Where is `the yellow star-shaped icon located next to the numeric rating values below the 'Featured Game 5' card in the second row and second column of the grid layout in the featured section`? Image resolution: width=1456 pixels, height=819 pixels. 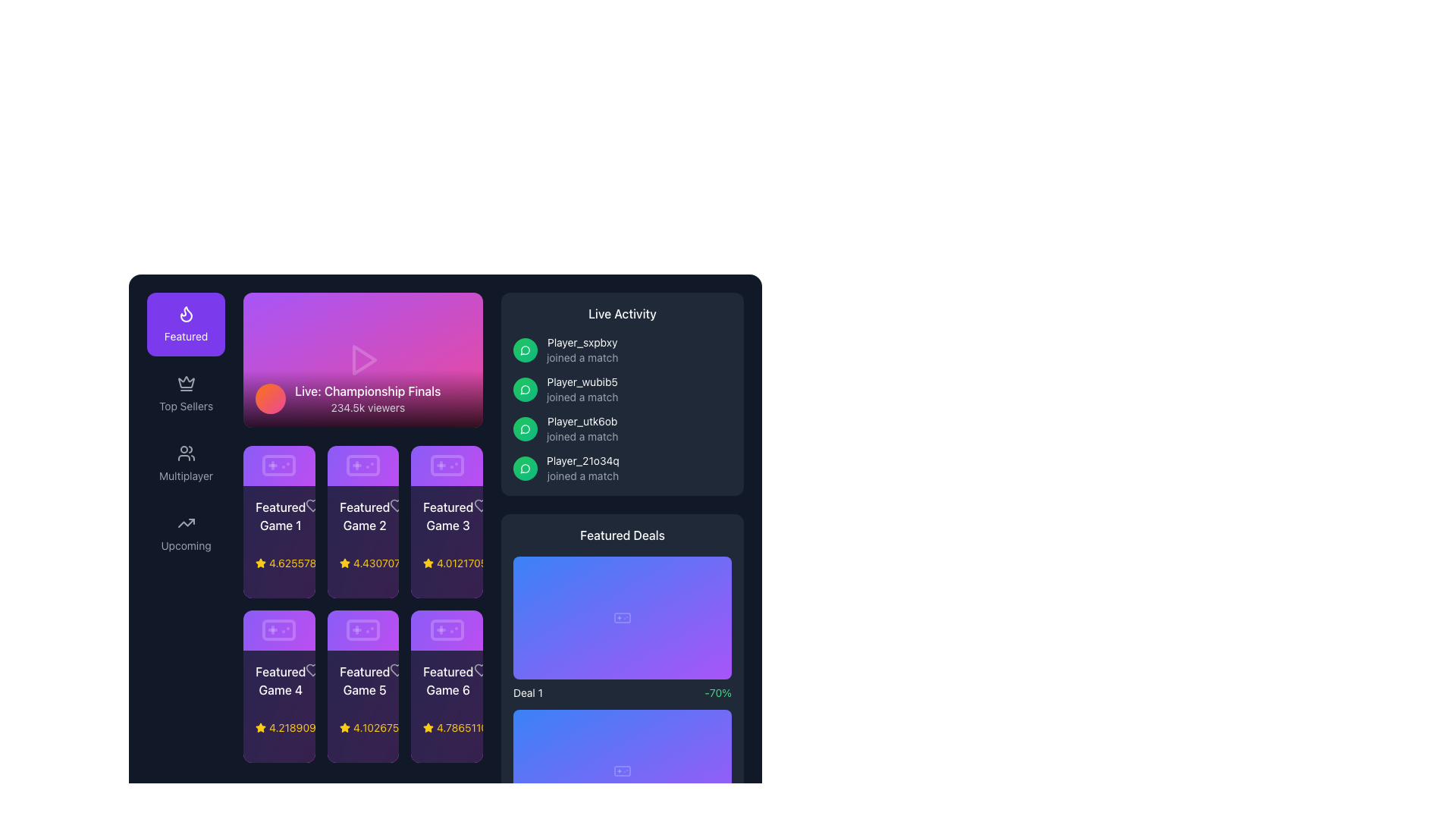 the yellow star-shaped icon located next to the numeric rating values below the 'Featured Game 5' card in the second row and second column of the grid layout in the featured section is located at coordinates (261, 563).